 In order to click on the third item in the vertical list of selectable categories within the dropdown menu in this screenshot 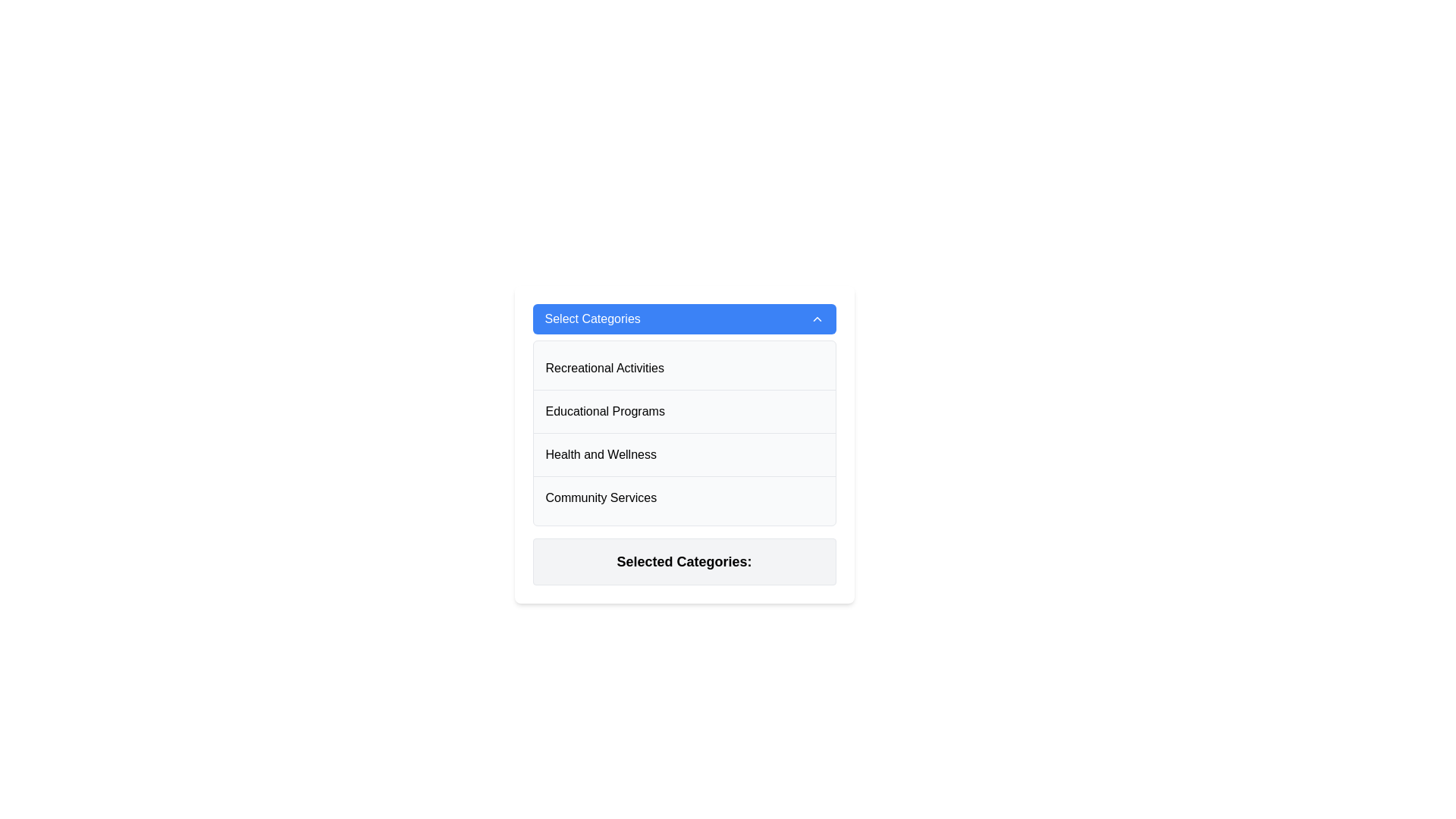, I will do `click(683, 453)`.